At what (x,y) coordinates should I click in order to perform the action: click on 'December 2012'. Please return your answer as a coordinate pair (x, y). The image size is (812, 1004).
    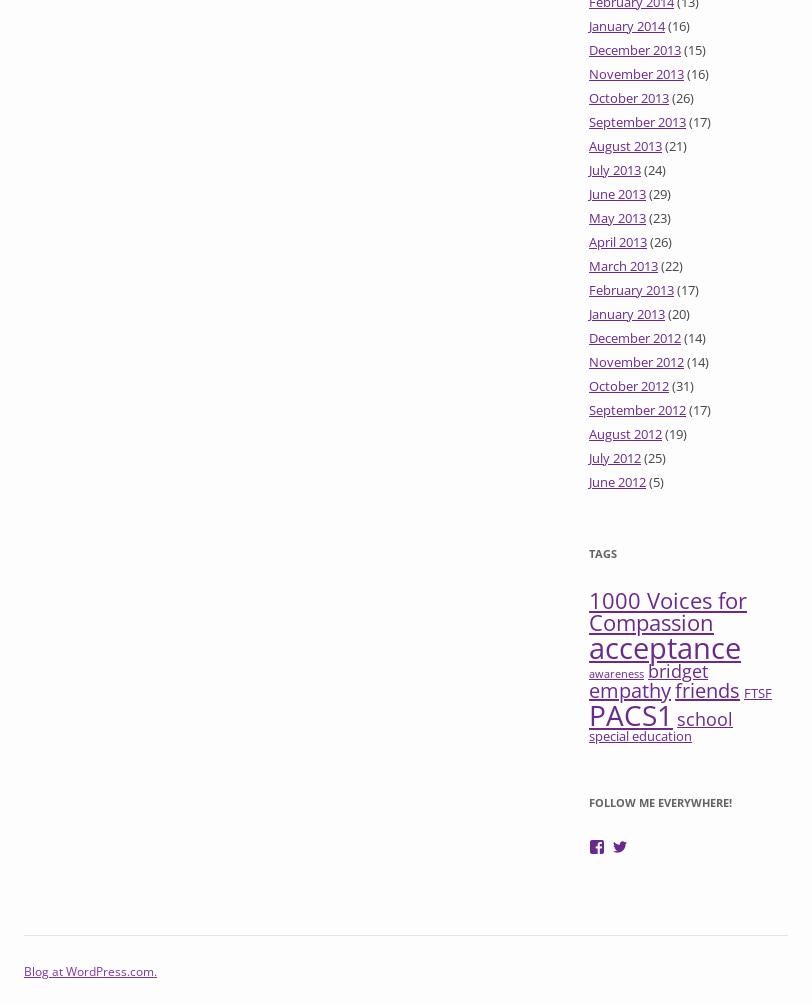
    Looking at the image, I should click on (634, 338).